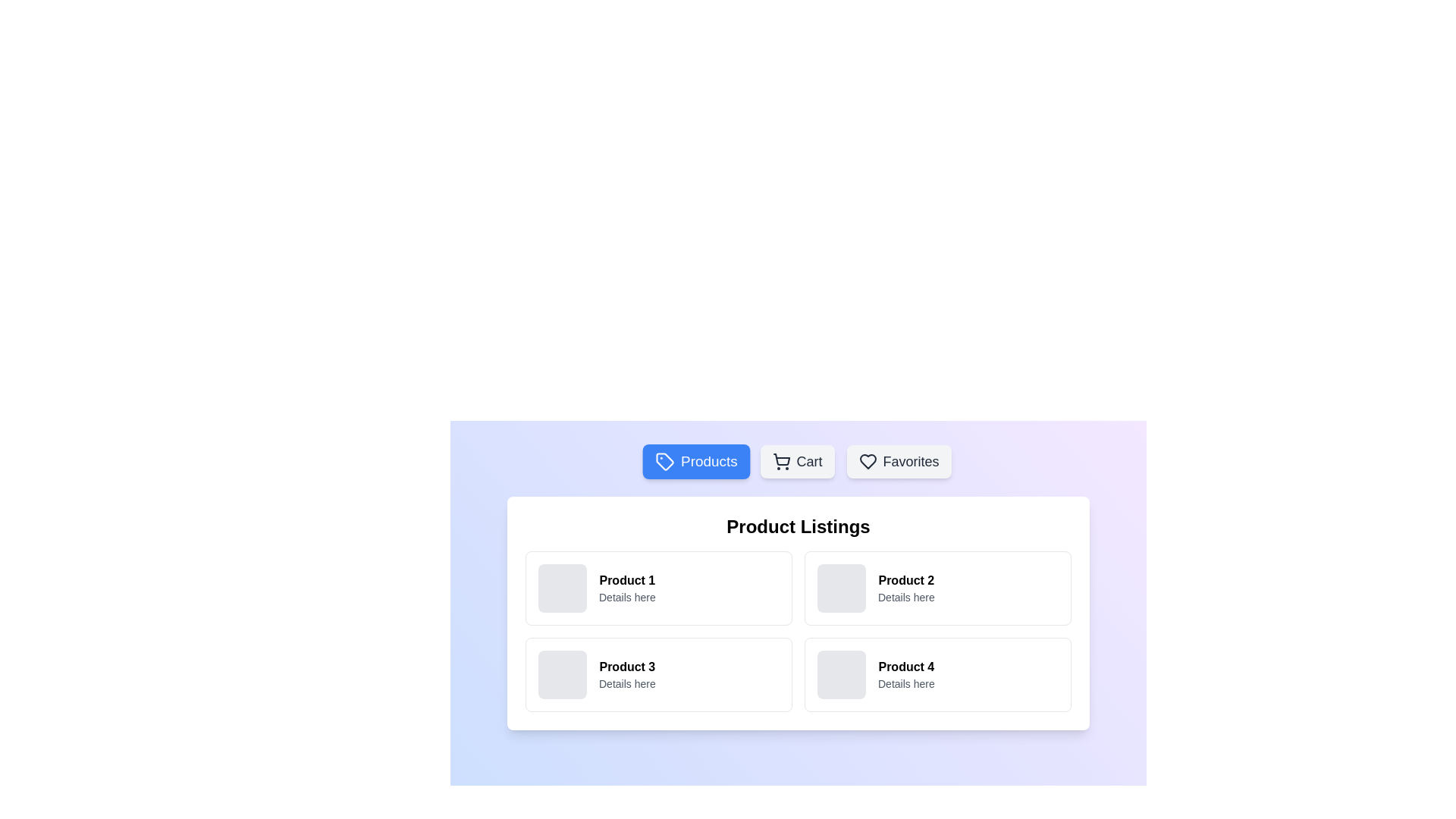  I want to click on the 'Products' button, which is a rounded button with a blue background and white text, located at the top-center of the interface, so click(695, 461).